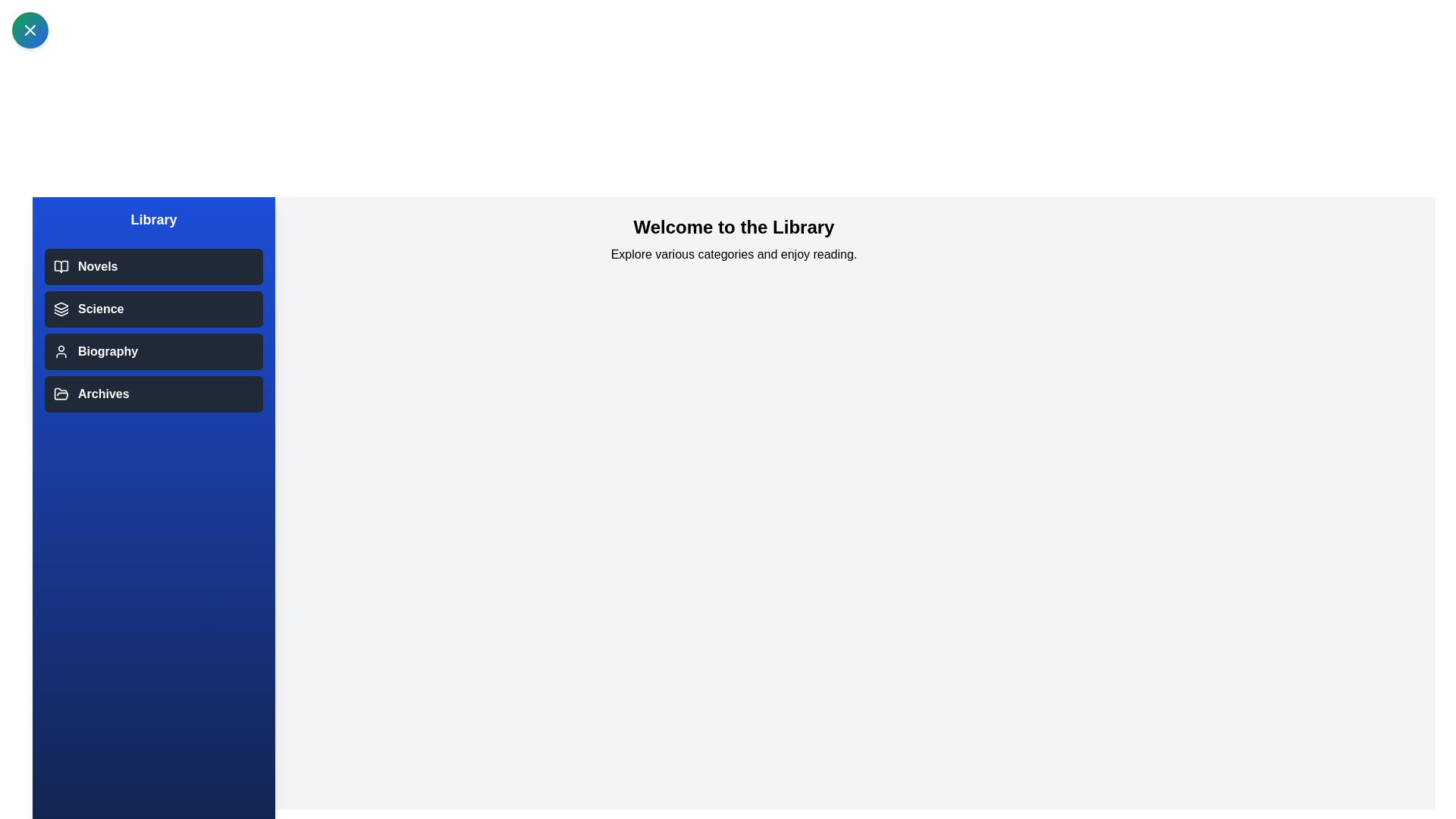  I want to click on button in the top-left corner to toggle the drawer visibility, so click(30, 30).